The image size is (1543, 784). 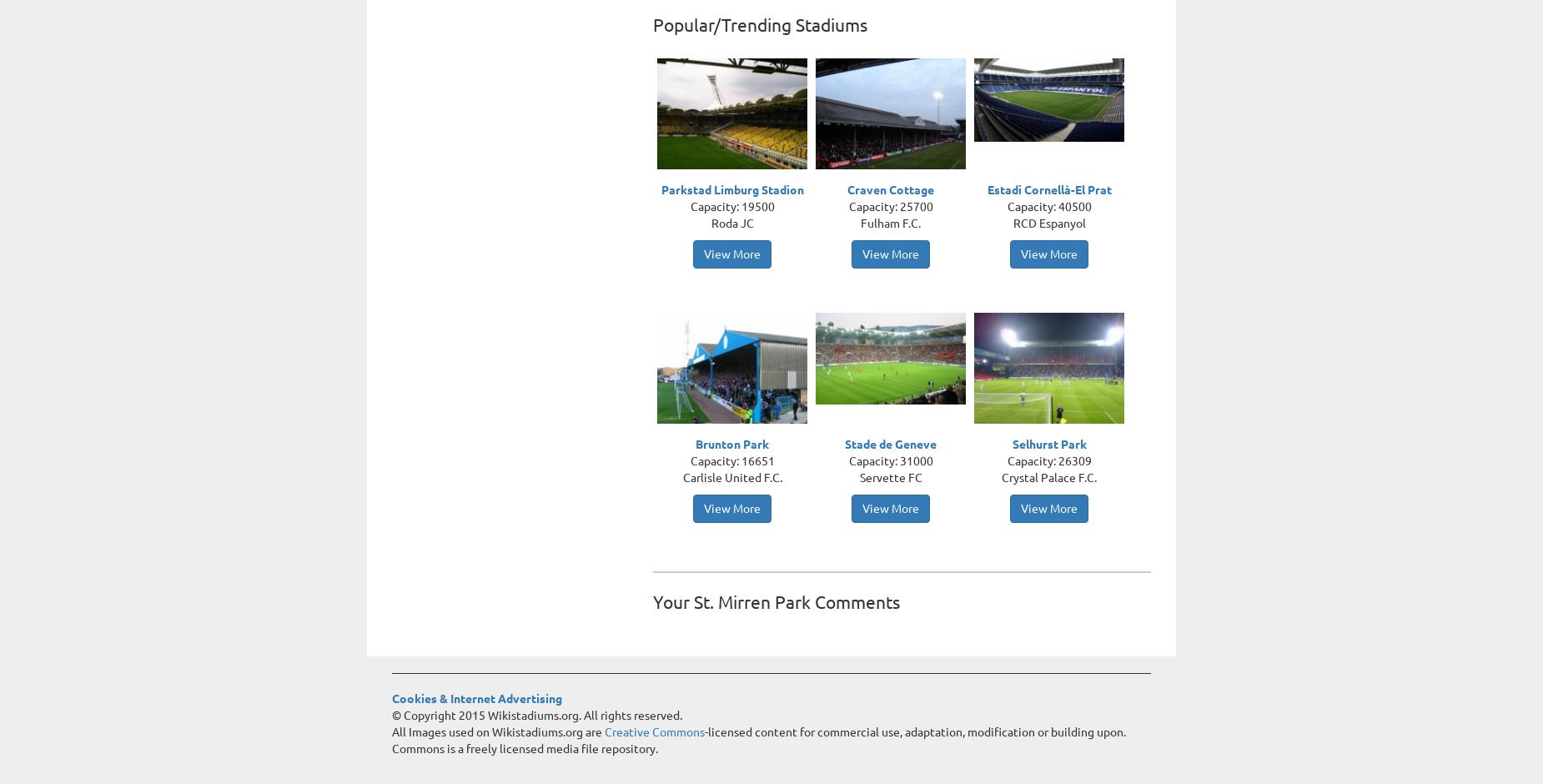 I want to click on 'Cookies & Internet Advertising', so click(x=477, y=698).